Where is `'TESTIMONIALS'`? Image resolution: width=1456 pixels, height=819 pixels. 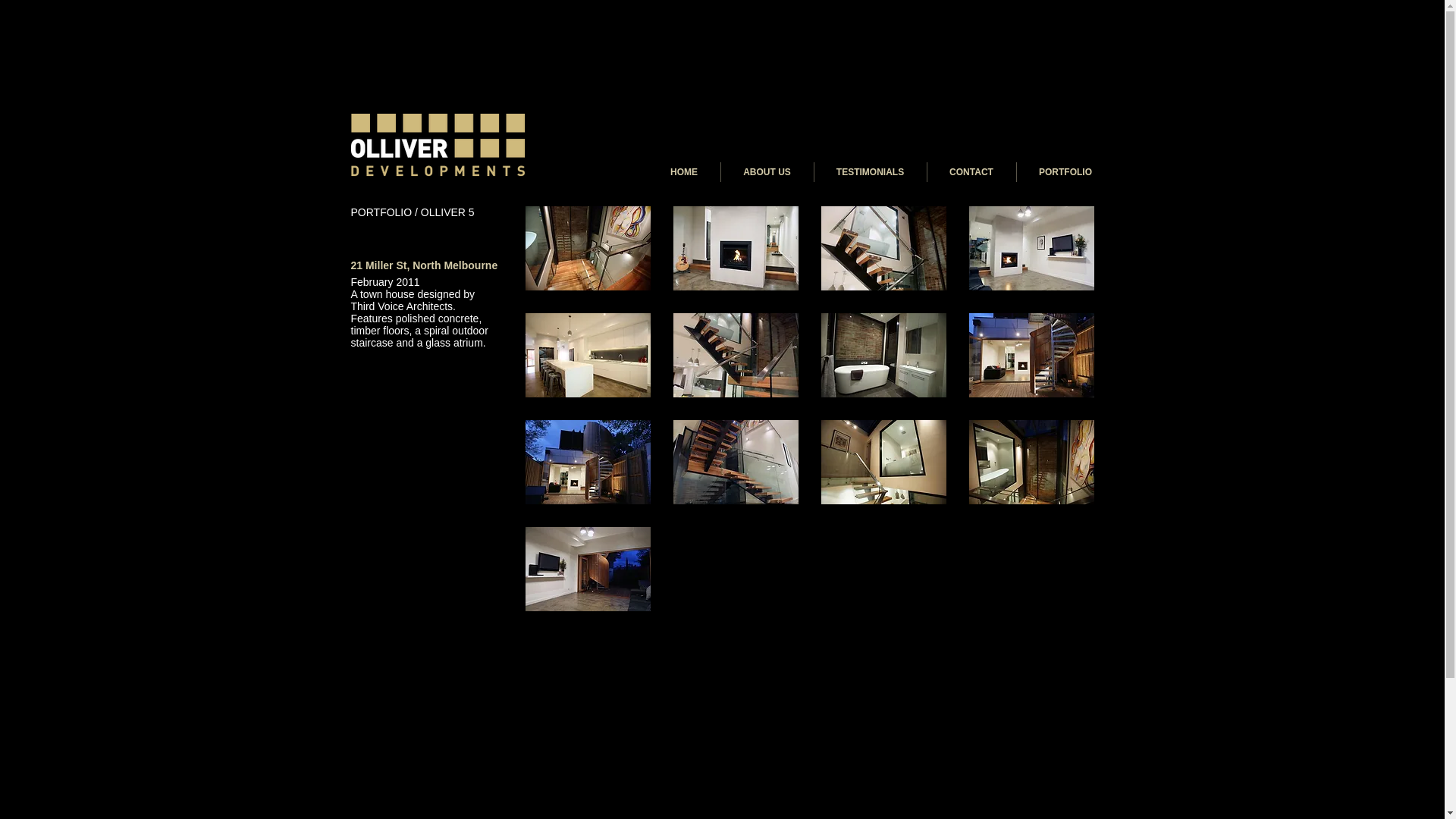
'TESTIMONIALS' is located at coordinates (870, 171).